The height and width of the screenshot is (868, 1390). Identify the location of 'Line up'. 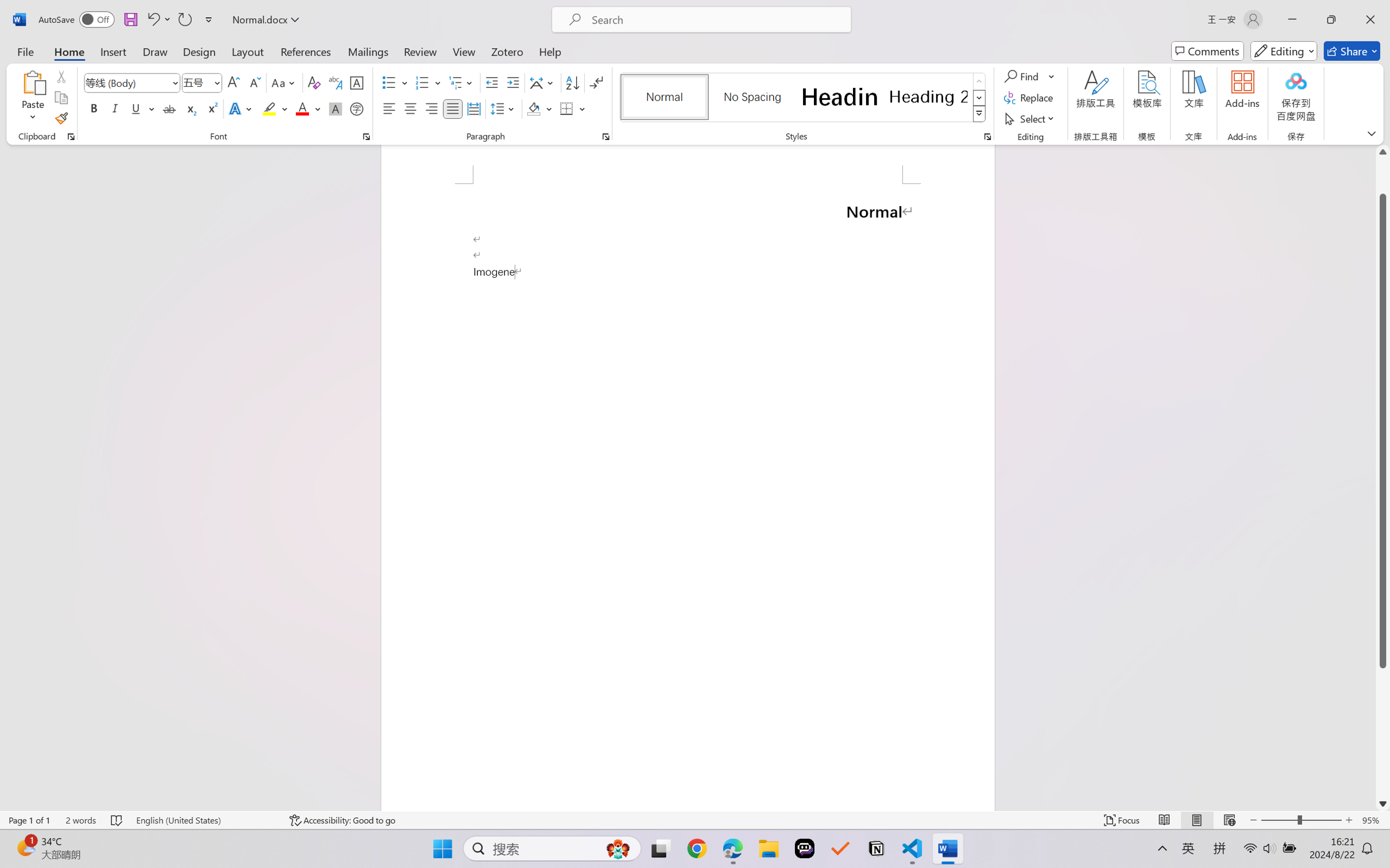
(1383, 152).